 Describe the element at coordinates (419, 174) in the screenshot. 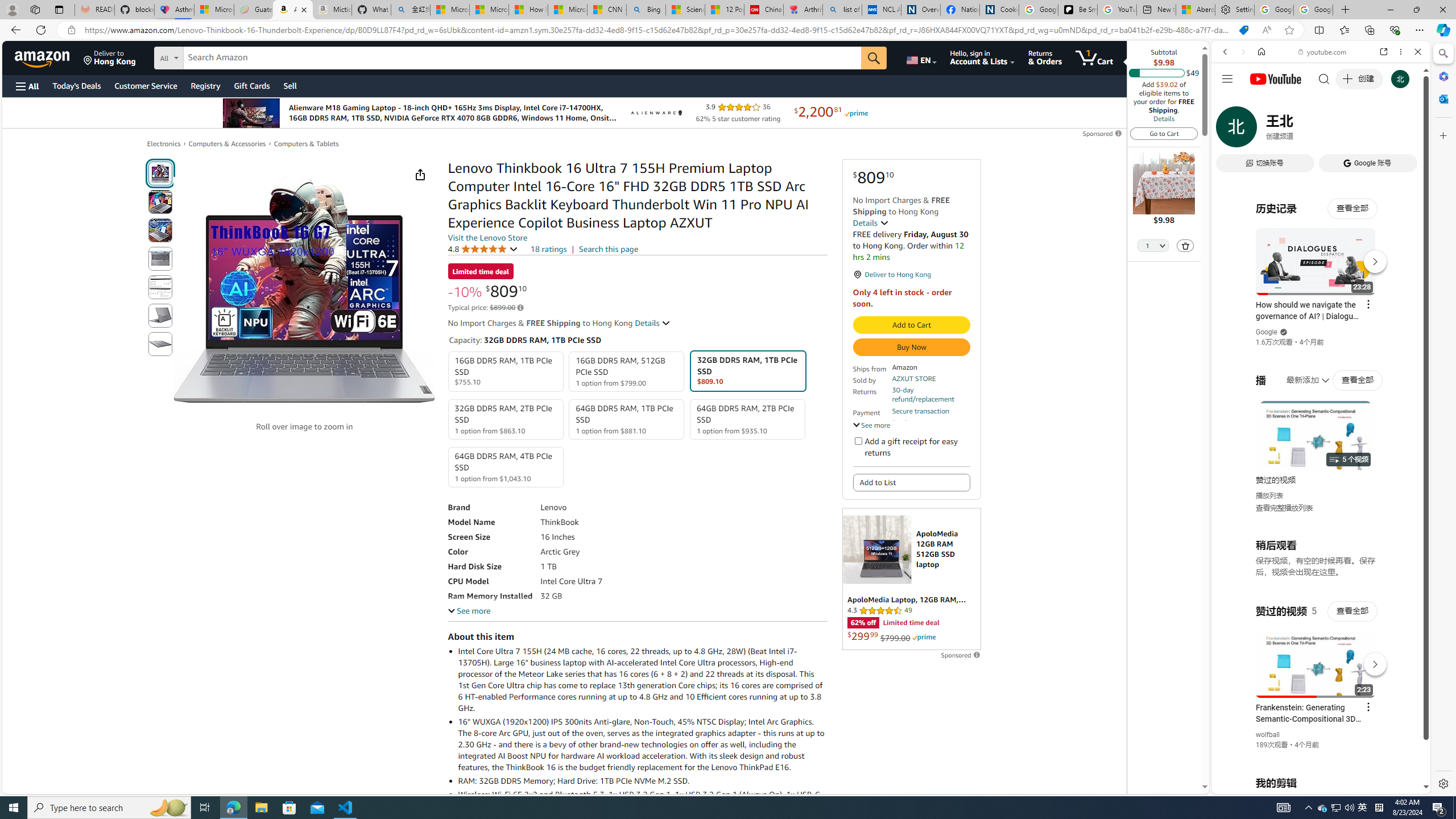

I see `'Share'` at that location.